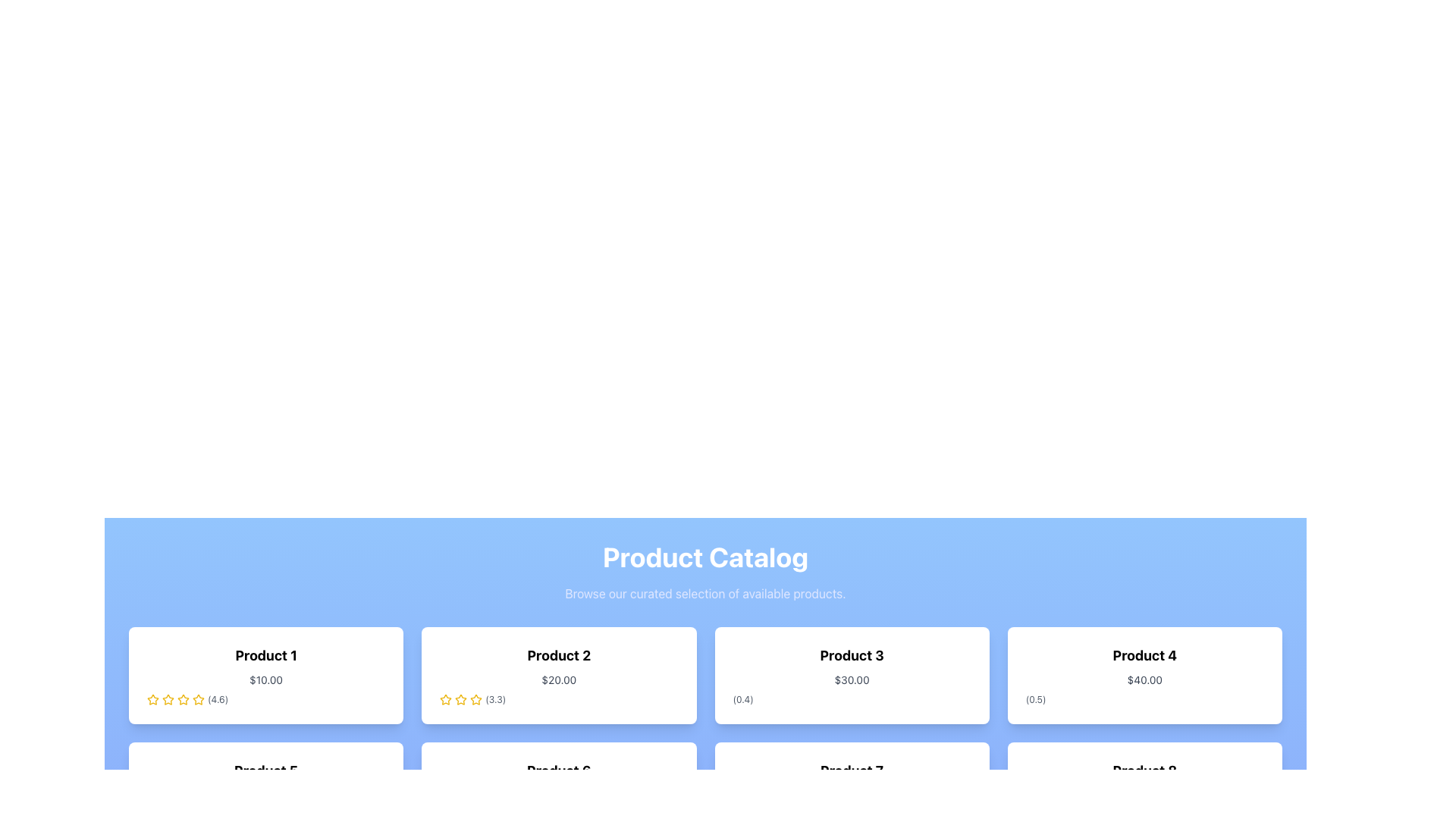 The height and width of the screenshot is (819, 1456). Describe the element at coordinates (266, 679) in the screenshot. I see `the price label displaying '$10.00' located below the product title of 'Product 1'` at that location.